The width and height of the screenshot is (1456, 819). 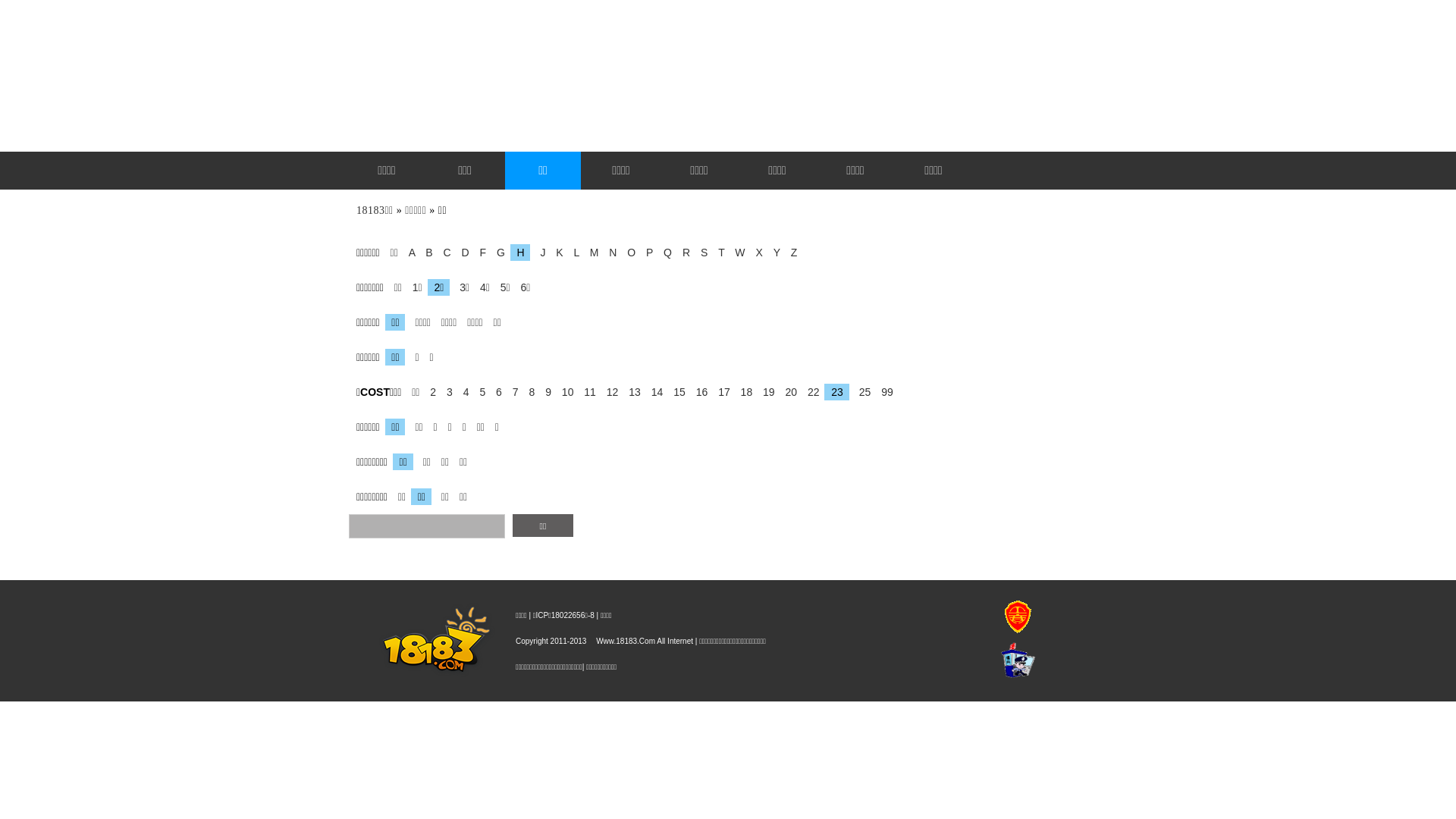 What do you see at coordinates (520, 391) in the screenshot?
I see `'8'` at bounding box center [520, 391].